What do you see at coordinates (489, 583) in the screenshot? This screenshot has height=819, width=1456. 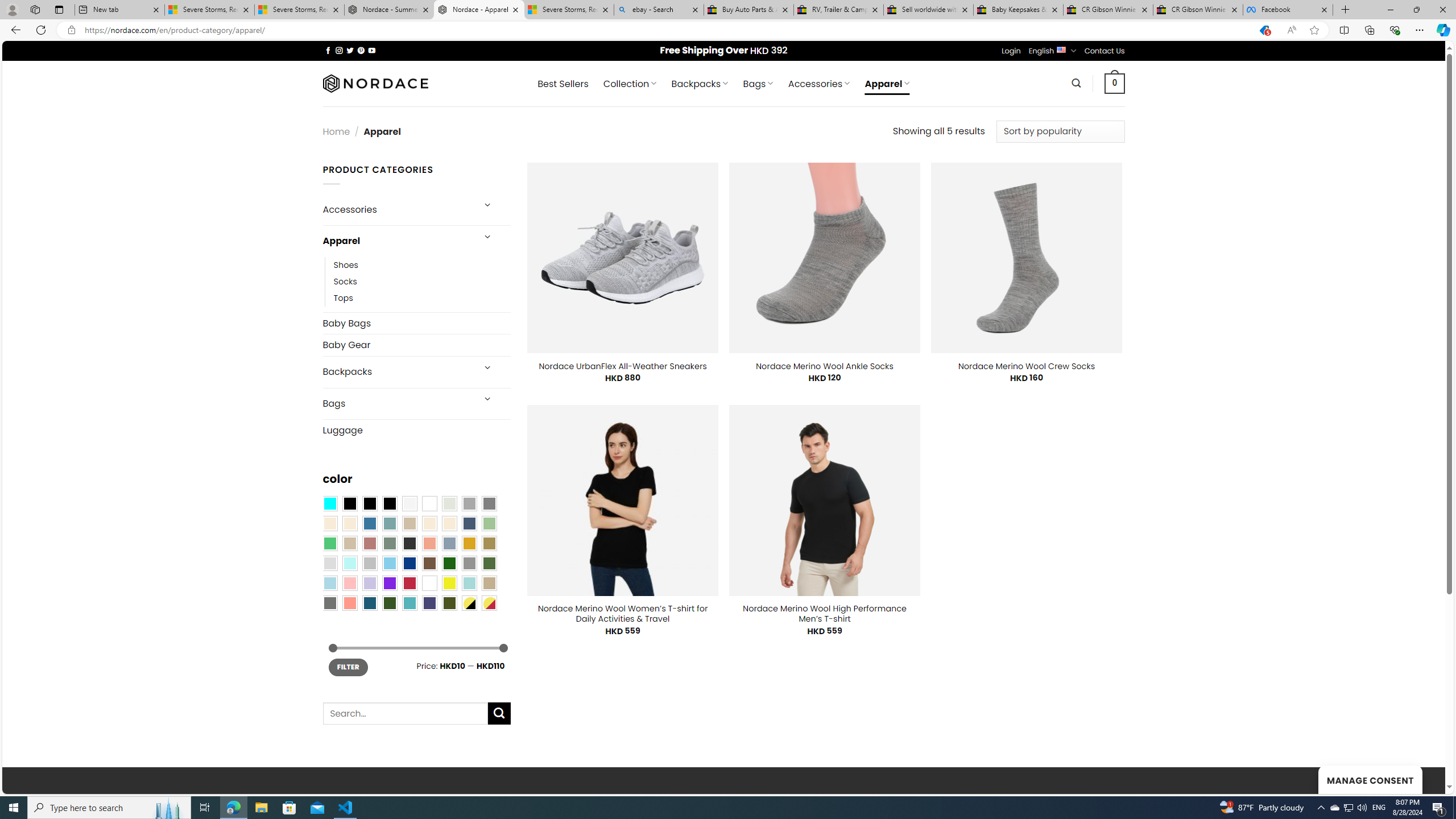 I see `'Khaki'` at bounding box center [489, 583].